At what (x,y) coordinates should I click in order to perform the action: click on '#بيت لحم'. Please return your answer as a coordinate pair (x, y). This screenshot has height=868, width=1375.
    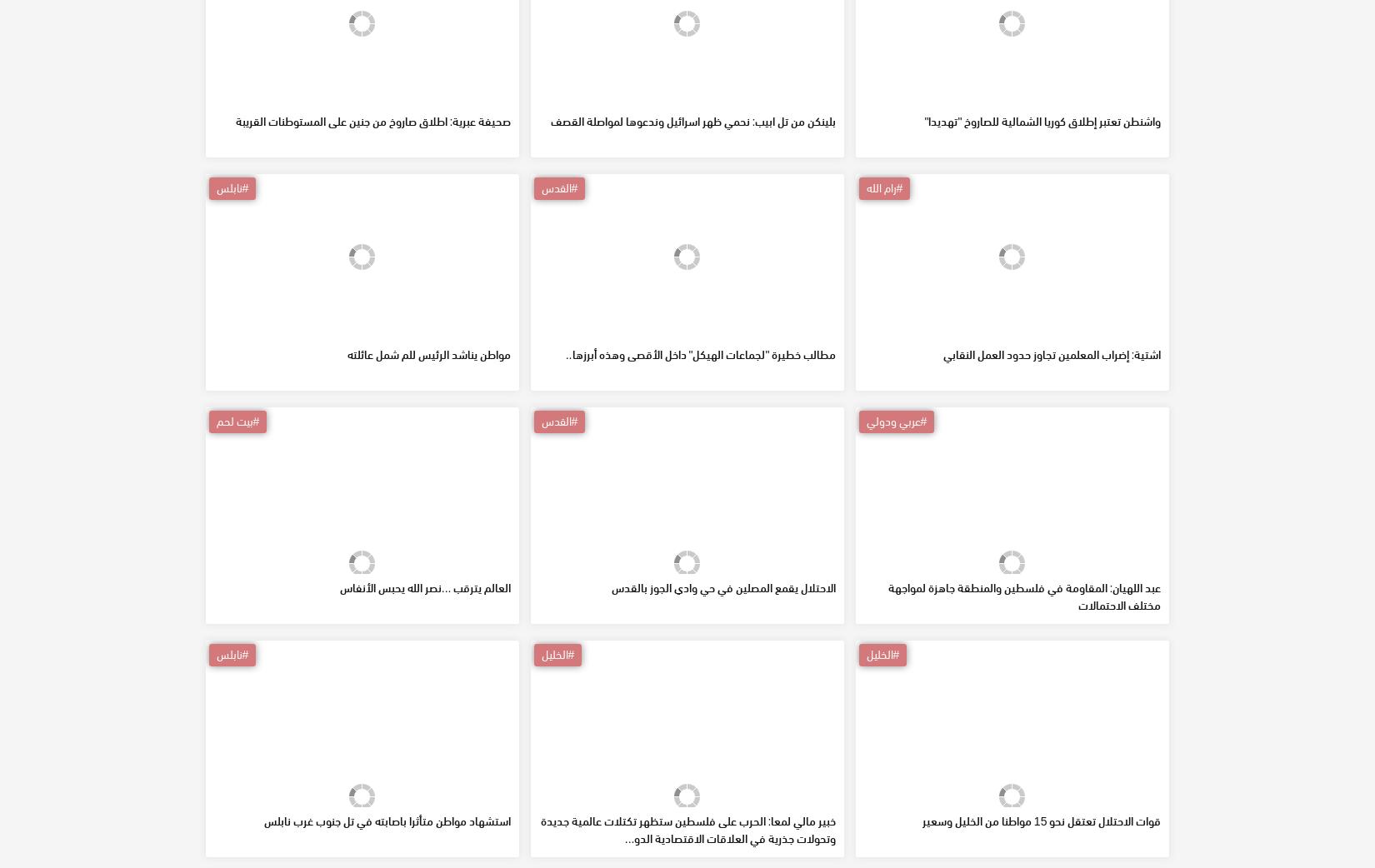
    Looking at the image, I should click on (237, 541).